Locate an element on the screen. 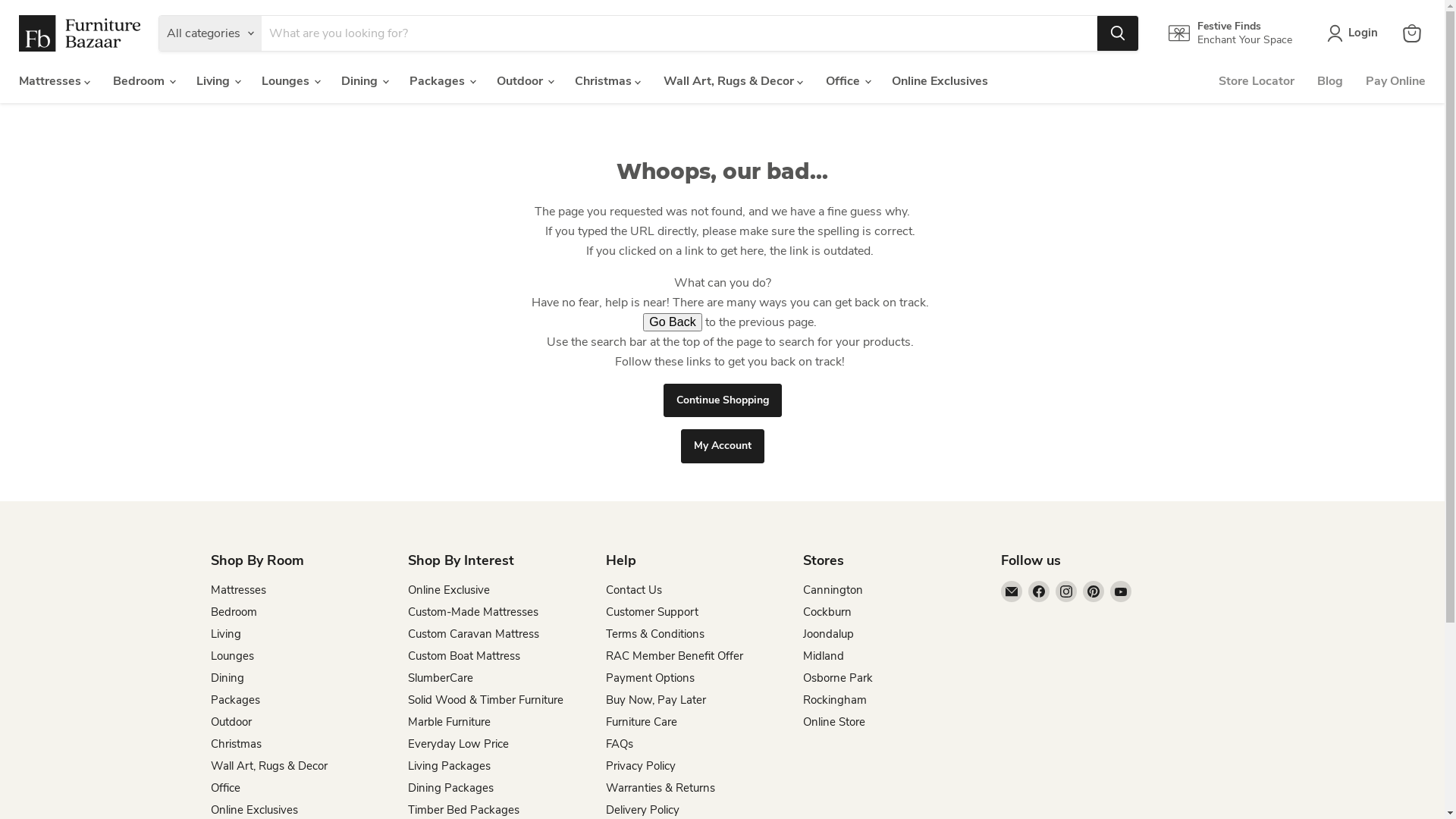 Image resolution: width=1456 pixels, height=819 pixels. 'Contact Us' is located at coordinates (633, 589).